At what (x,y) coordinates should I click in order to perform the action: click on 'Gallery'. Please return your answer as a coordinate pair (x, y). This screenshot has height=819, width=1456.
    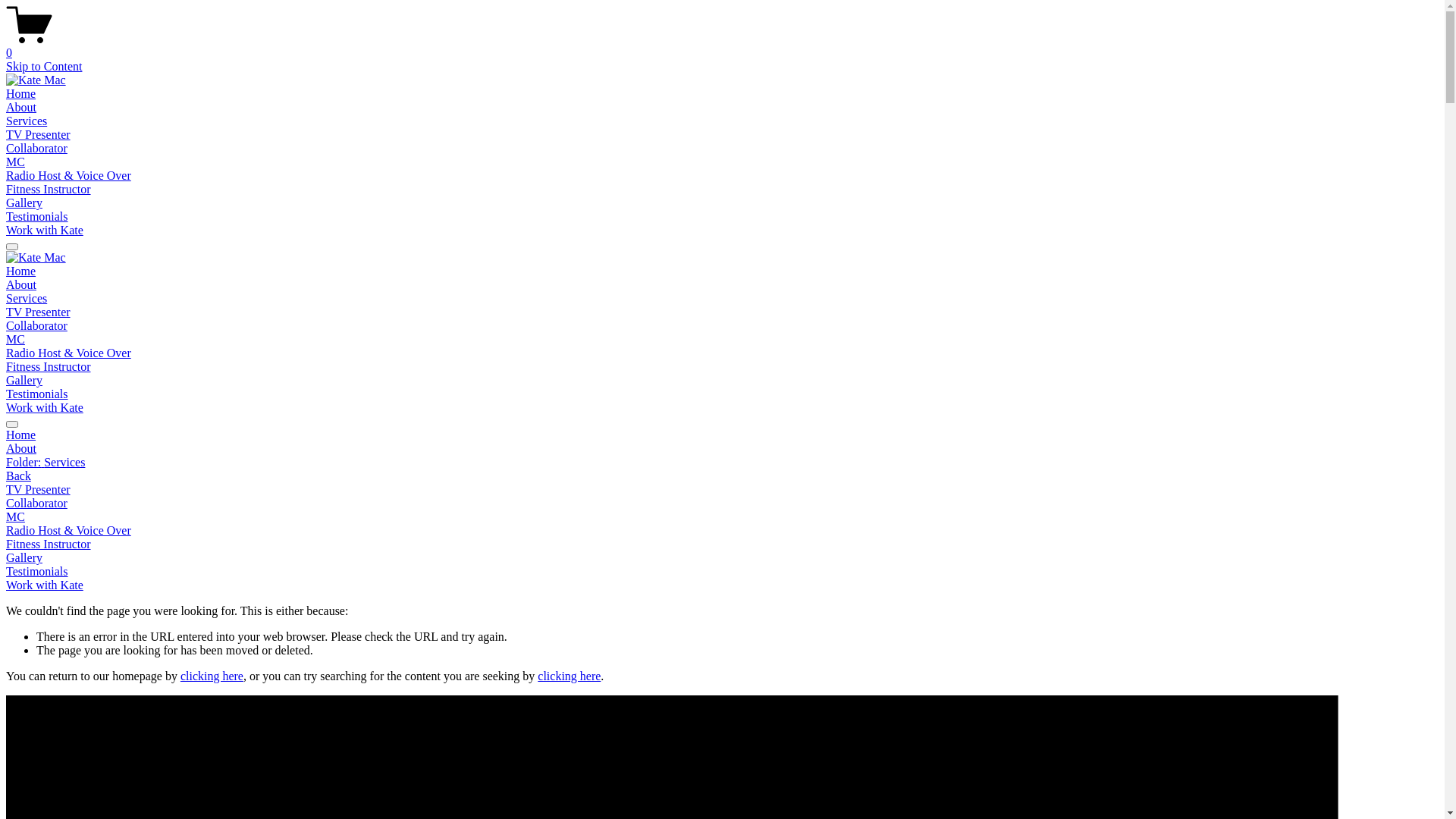
    Looking at the image, I should click on (6, 202).